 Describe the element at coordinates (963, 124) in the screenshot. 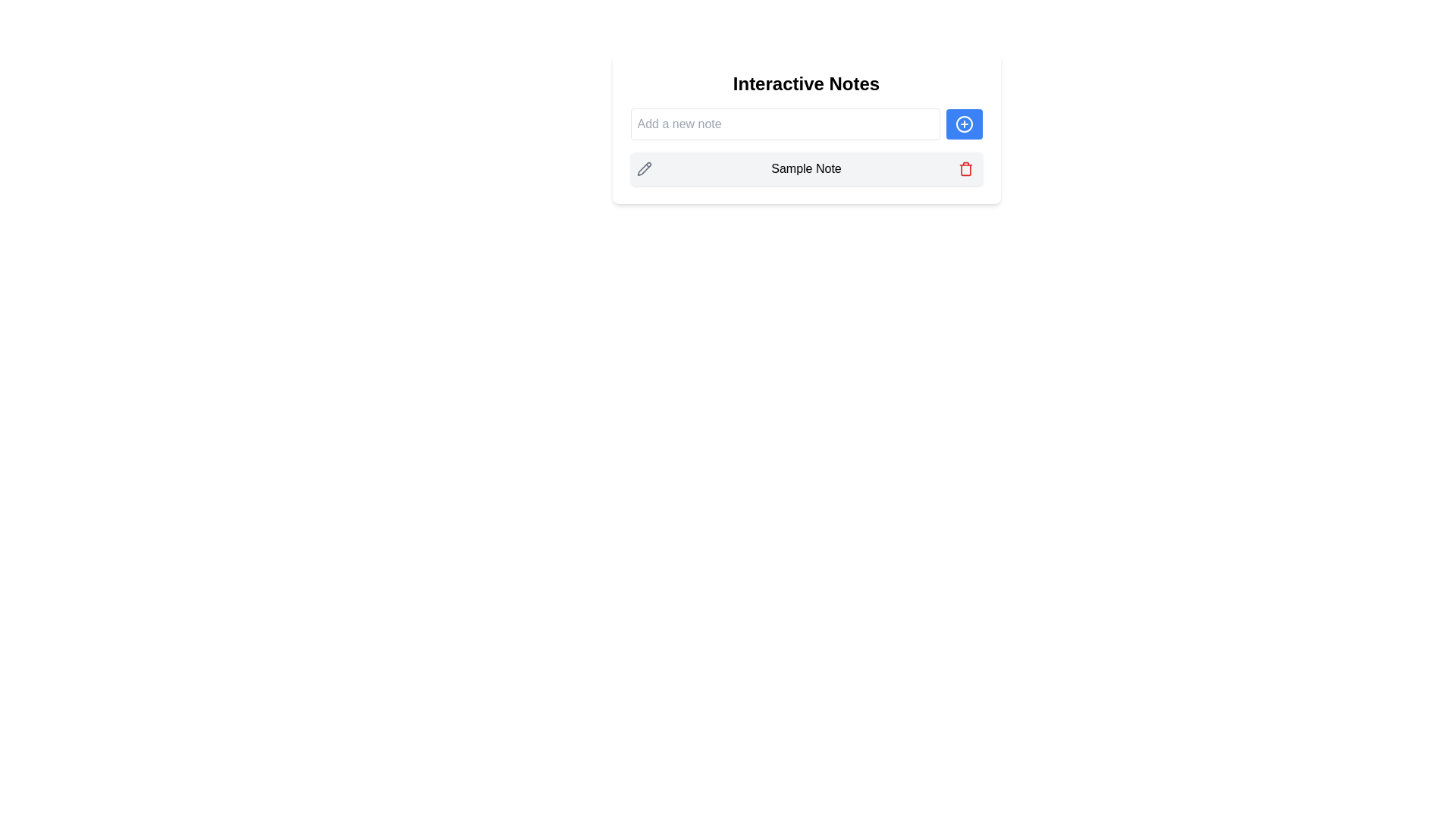

I see `the blue button icon that represents adding new notes, located near the input field labeled 'Add a new note' to trigger a focus highlight` at that location.